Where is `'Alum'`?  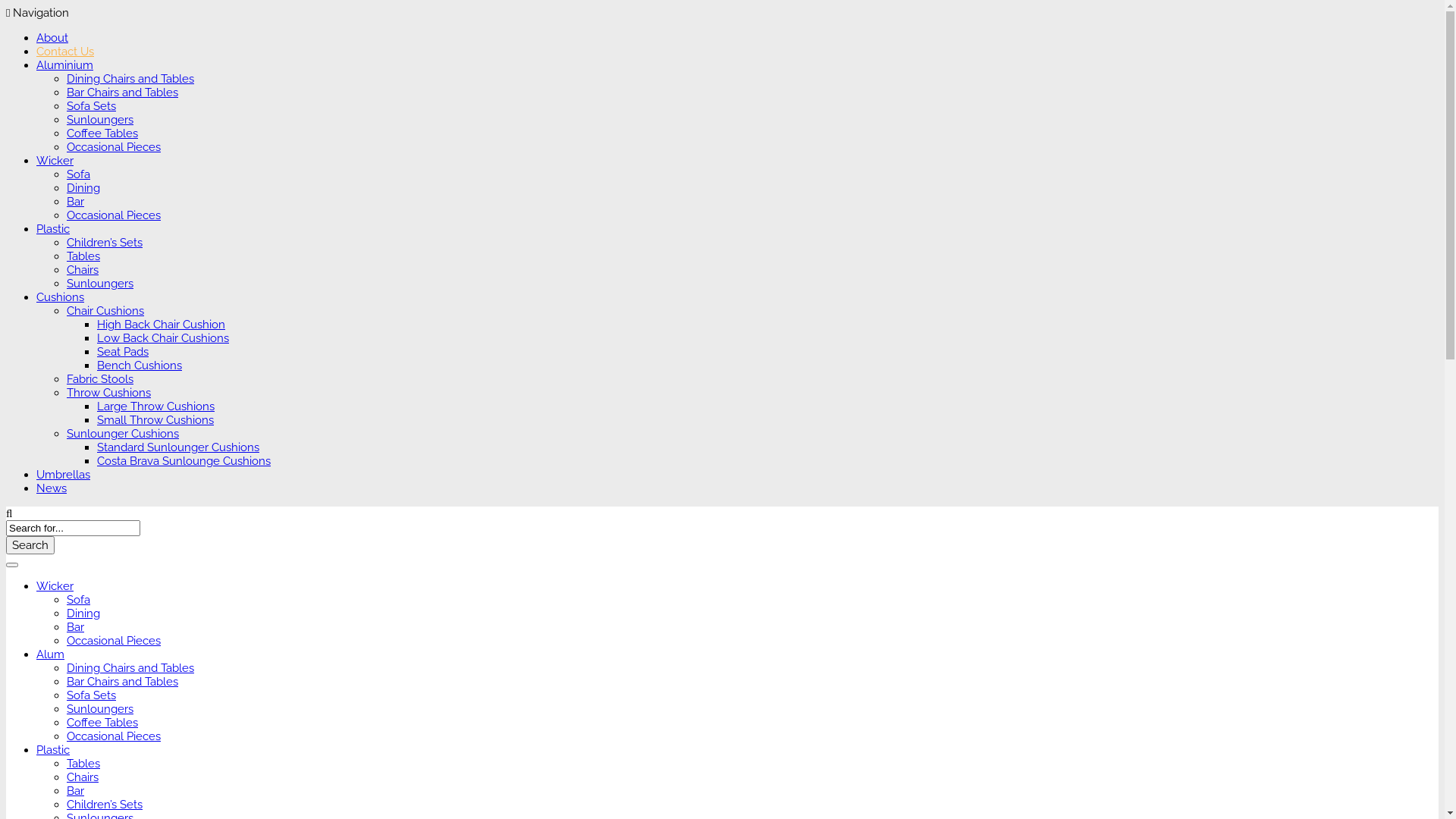
'Alum' is located at coordinates (50, 654).